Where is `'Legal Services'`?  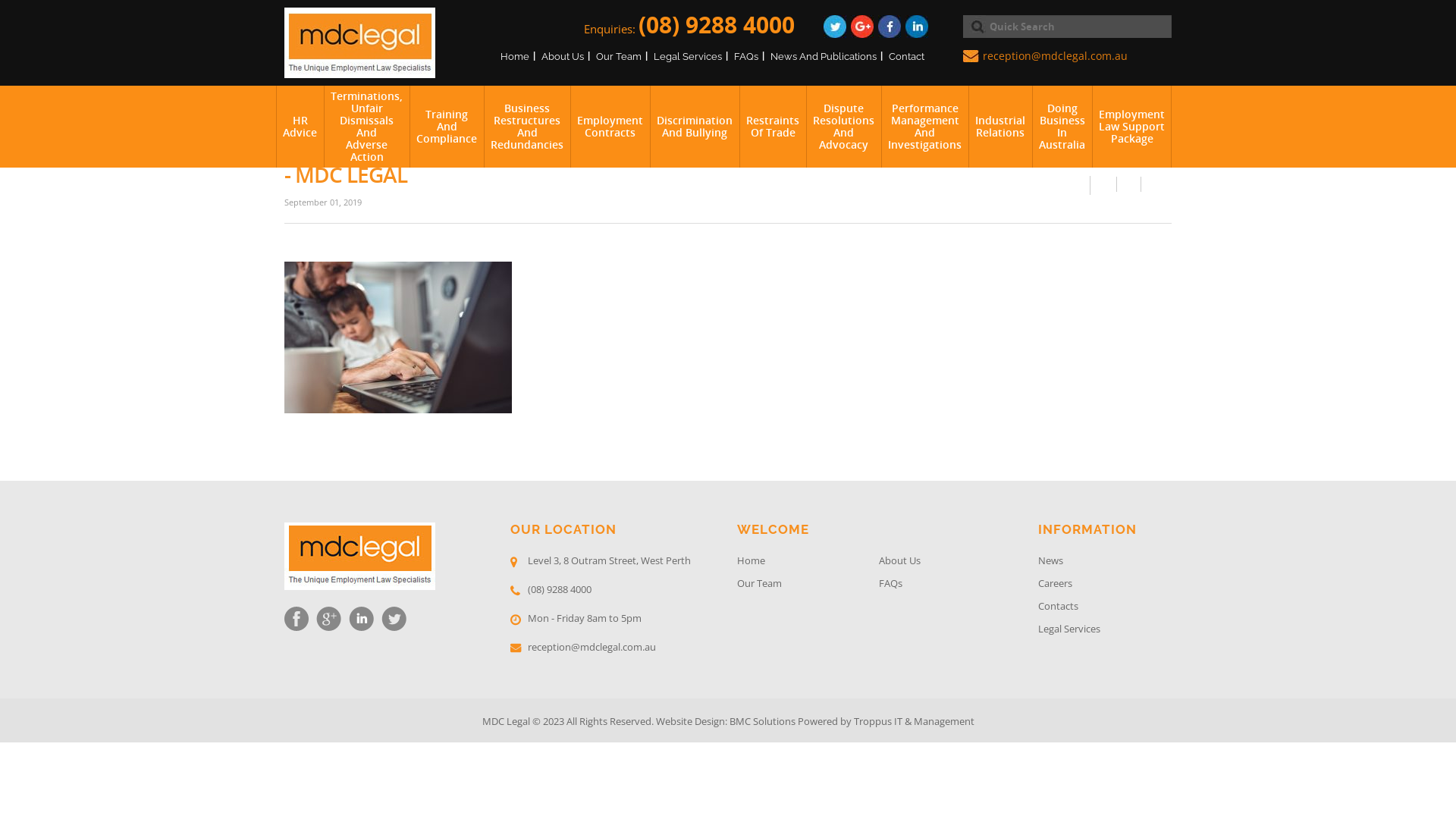 'Legal Services' is located at coordinates (1105, 631).